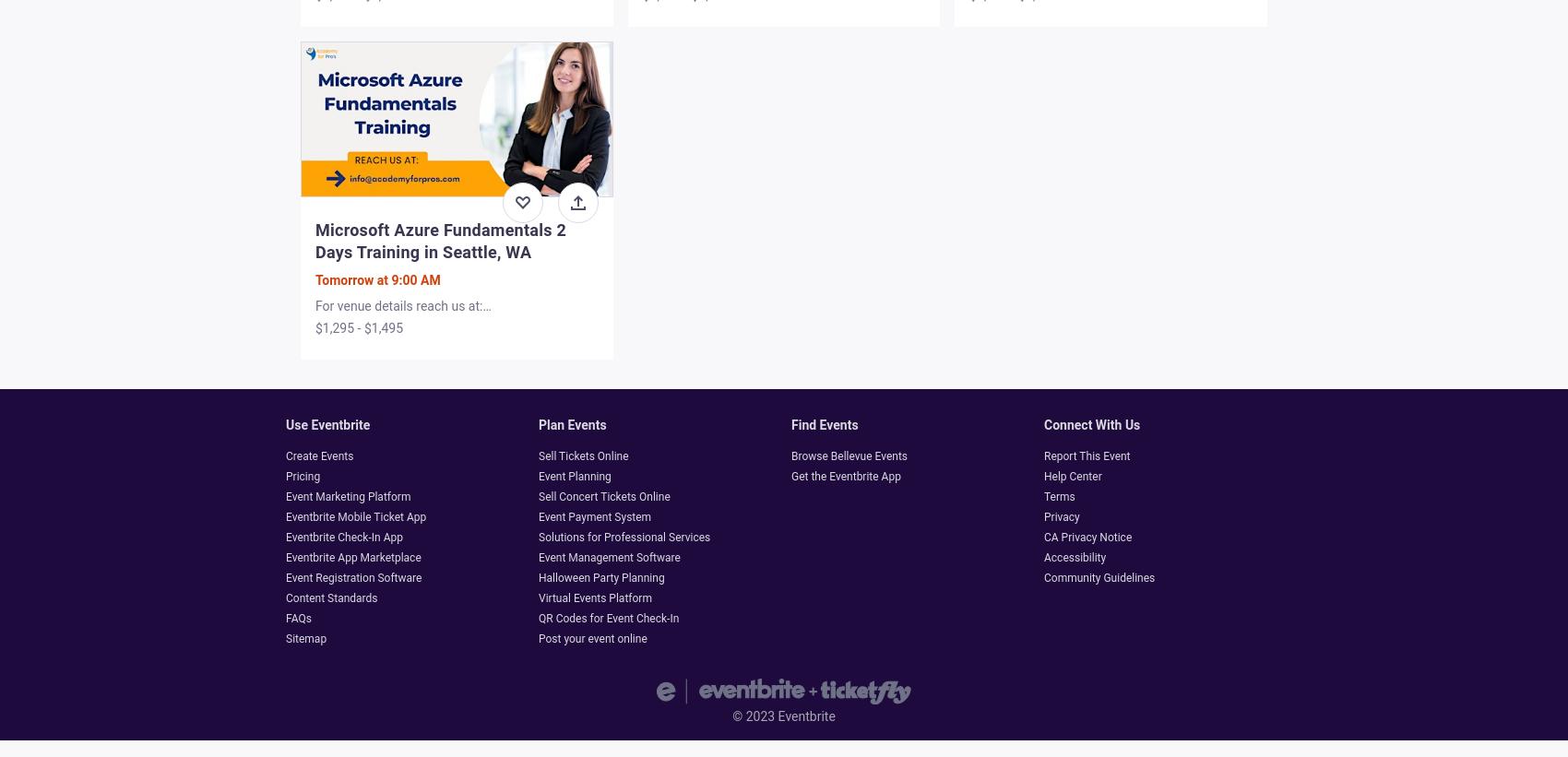 The image size is (1568, 757). Describe the element at coordinates (302, 476) in the screenshot. I see `'Pricing'` at that location.